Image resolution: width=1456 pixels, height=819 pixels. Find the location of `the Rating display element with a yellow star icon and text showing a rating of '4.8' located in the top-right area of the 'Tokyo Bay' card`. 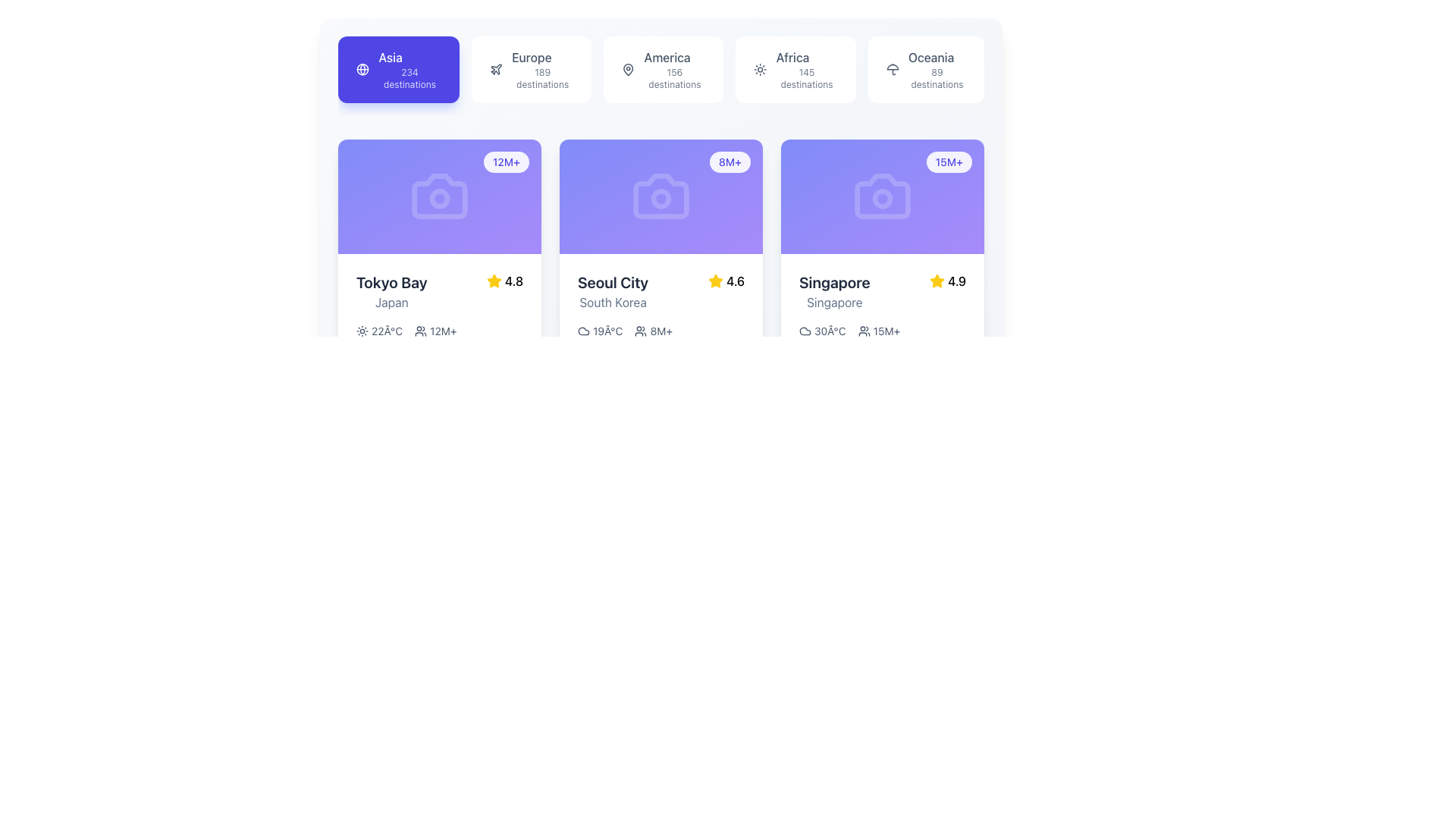

the Rating display element with a yellow star icon and text showing a rating of '4.8' located in the top-right area of the 'Tokyo Bay' card is located at coordinates (504, 281).